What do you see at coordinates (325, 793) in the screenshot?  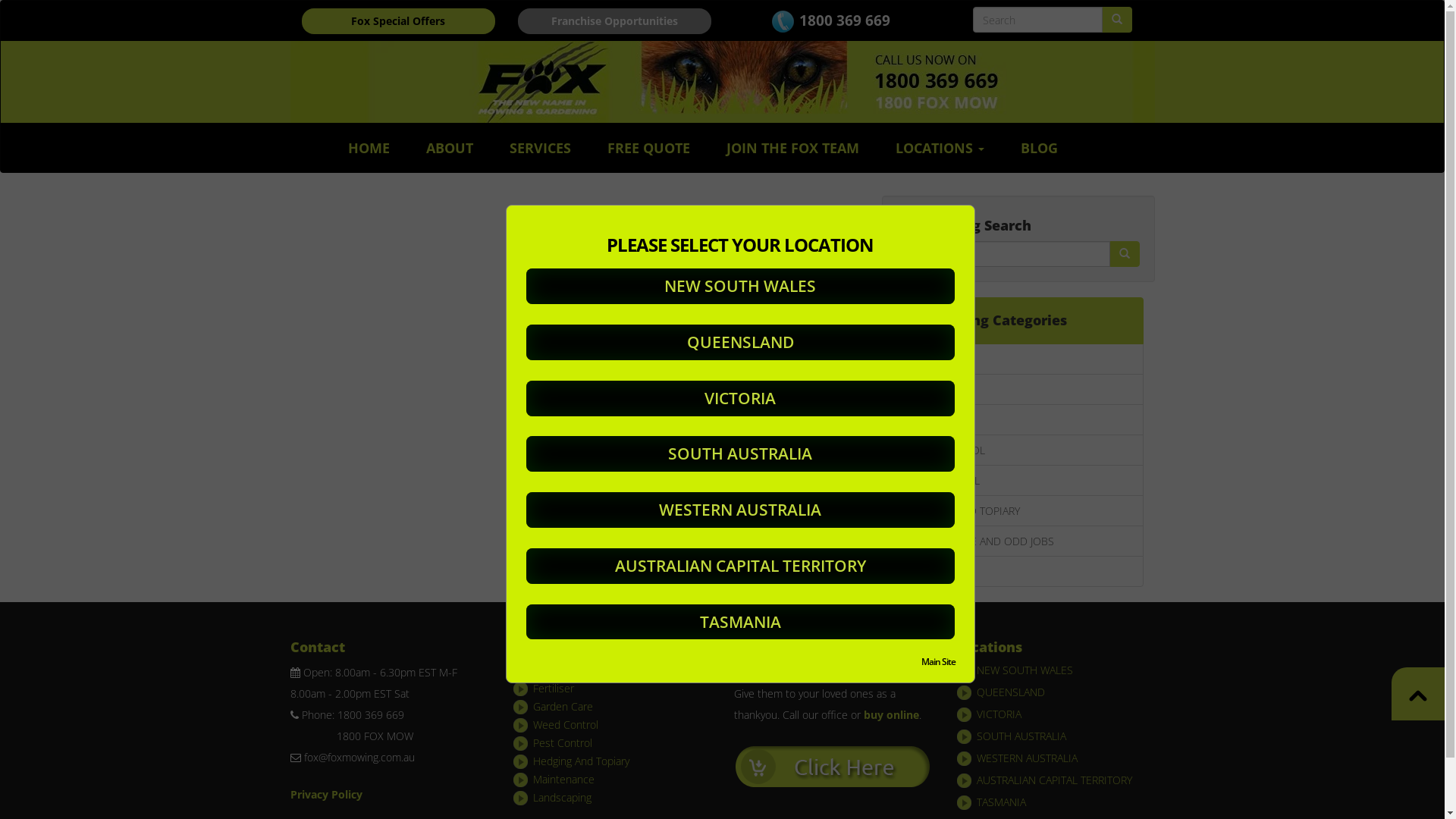 I see `'Privacy Policy'` at bounding box center [325, 793].